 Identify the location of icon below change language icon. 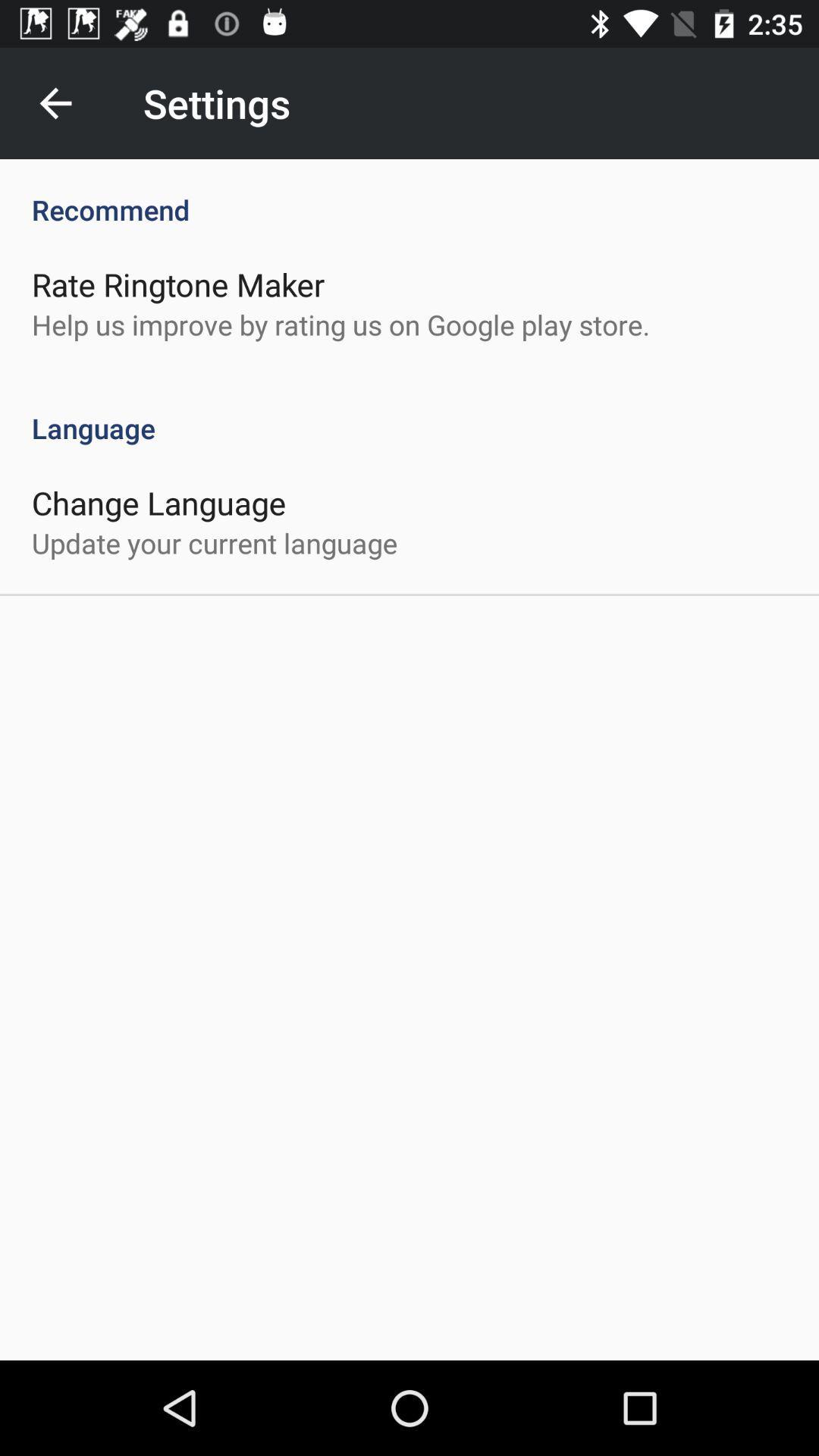
(215, 543).